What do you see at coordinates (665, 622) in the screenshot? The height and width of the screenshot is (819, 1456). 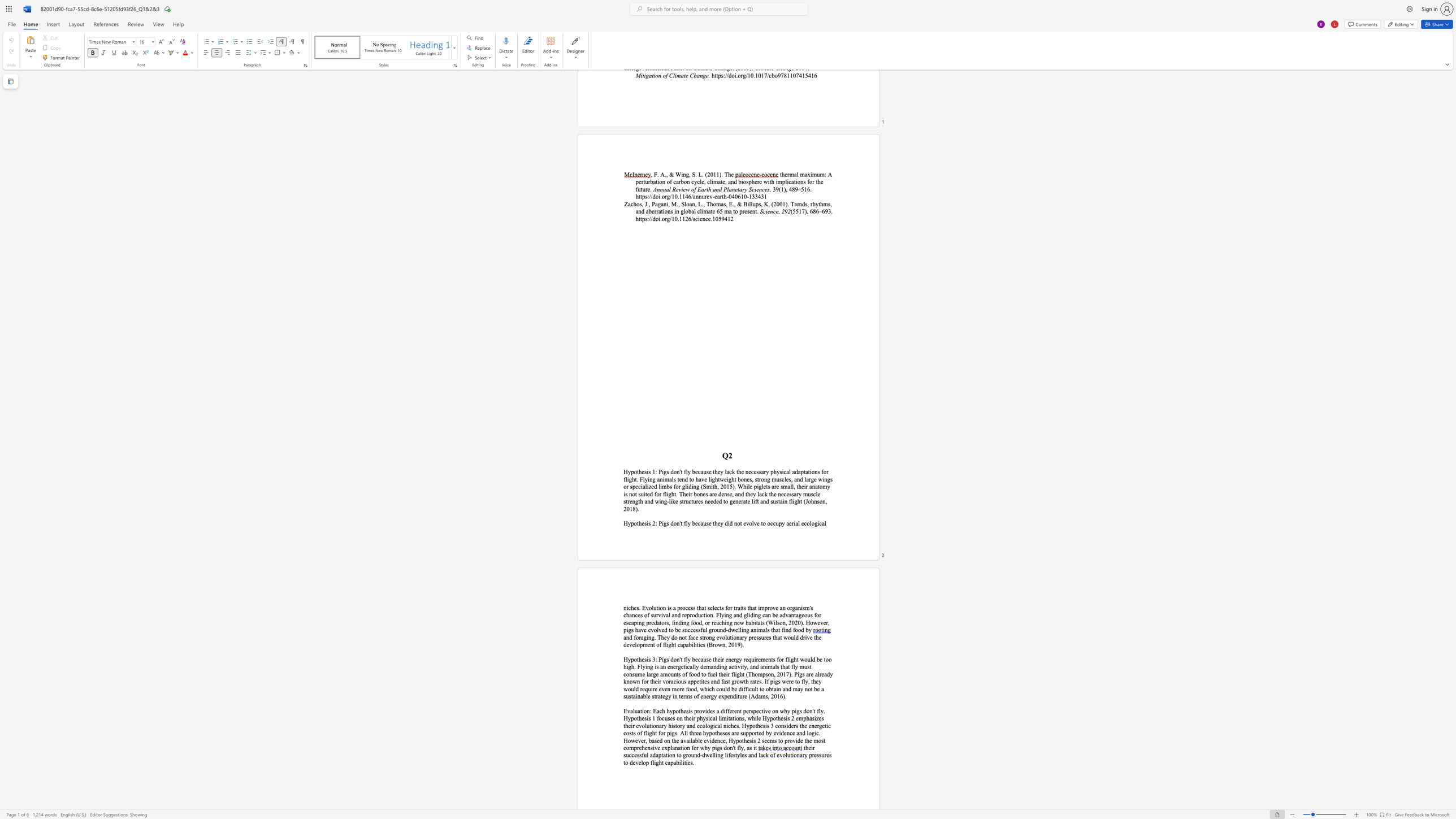 I see `the subset text "s, finding food, or reaching new habitats (Wilson, 2020). However, pigs have evolved to be successful groun" within the text "for escaping predators, finding food, or reaching new habitats (Wilson, 2020). However, pigs have evolved to be successful ground-dwelling animals that find food by"` at bounding box center [665, 622].